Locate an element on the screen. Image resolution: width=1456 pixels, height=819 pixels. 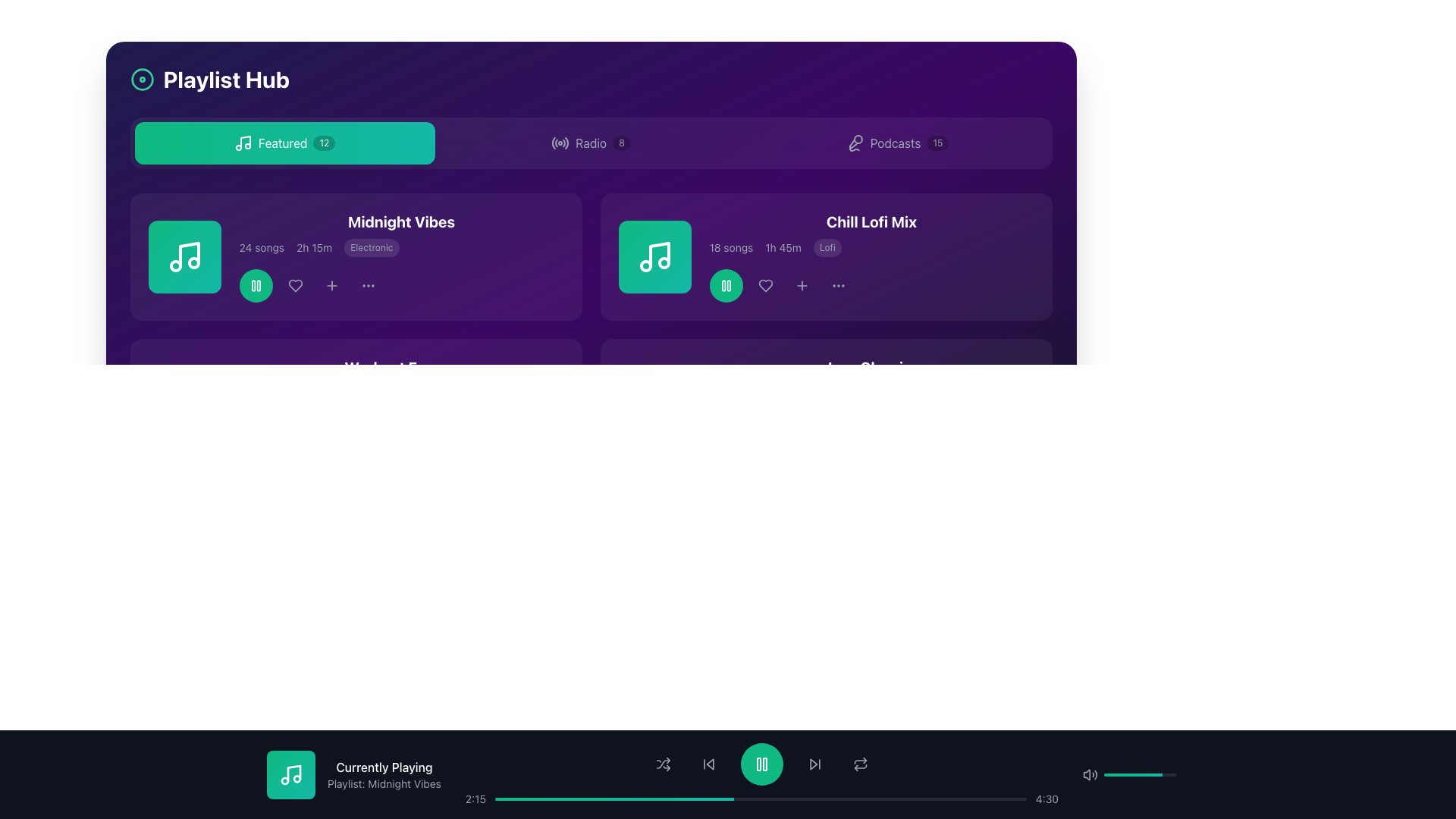
the repeat action button, which is an icon with arrows forming a loop, located on the right side of the bottom control bar is located at coordinates (860, 764).